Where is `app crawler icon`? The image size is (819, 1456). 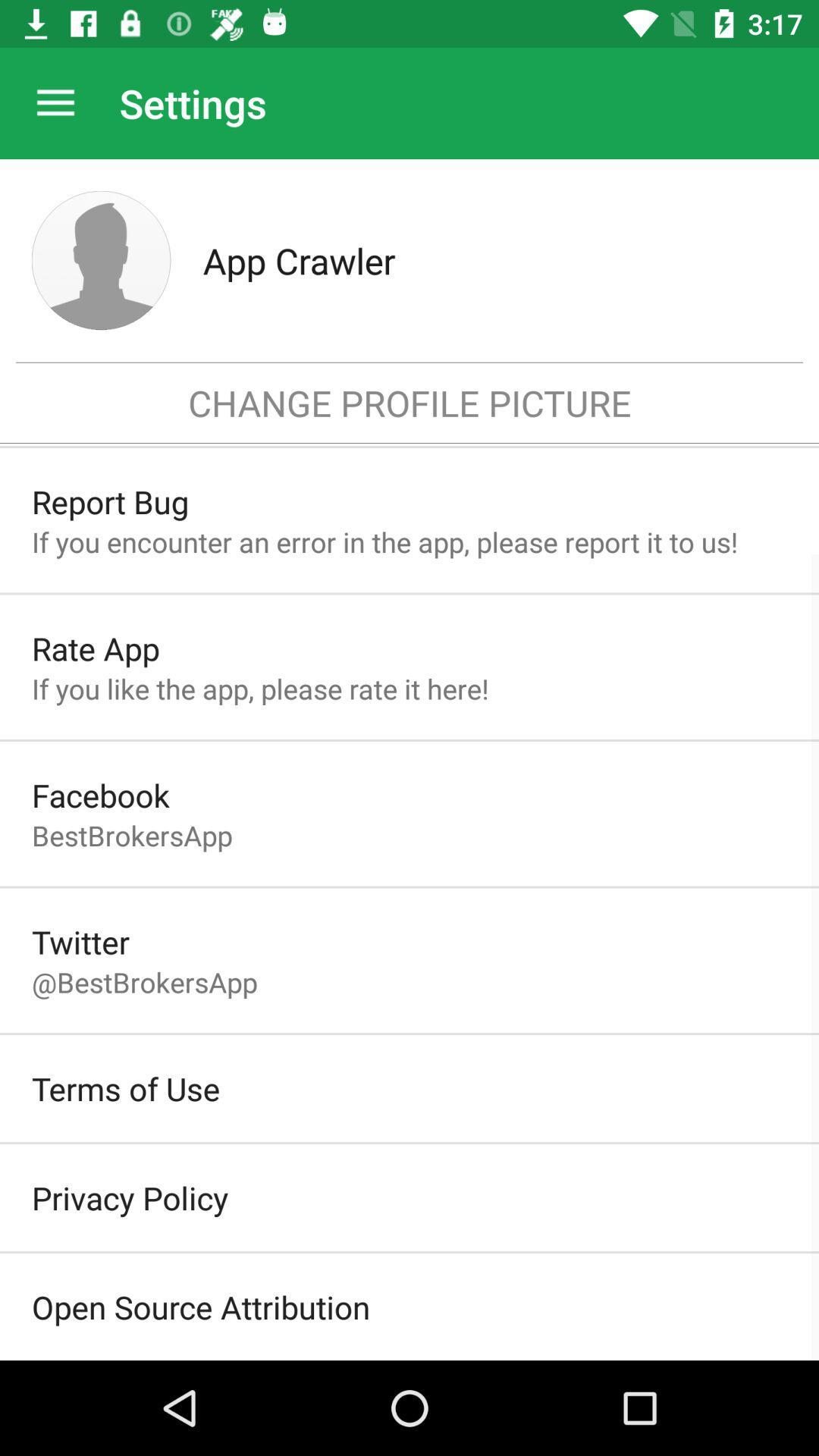 app crawler icon is located at coordinates (494, 260).